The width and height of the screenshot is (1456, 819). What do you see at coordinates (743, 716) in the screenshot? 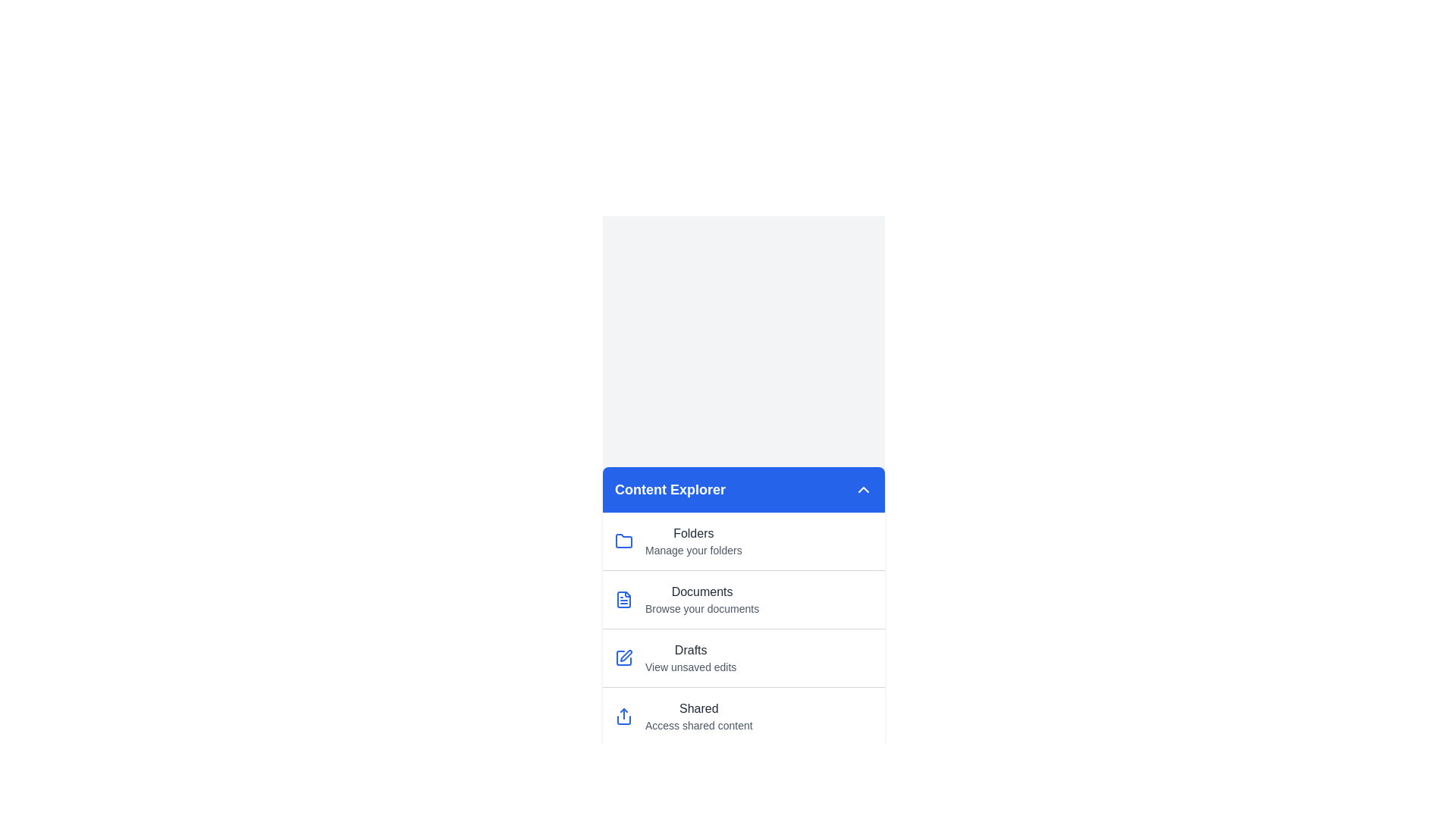
I see `the menu item Shared from the list` at bounding box center [743, 716].